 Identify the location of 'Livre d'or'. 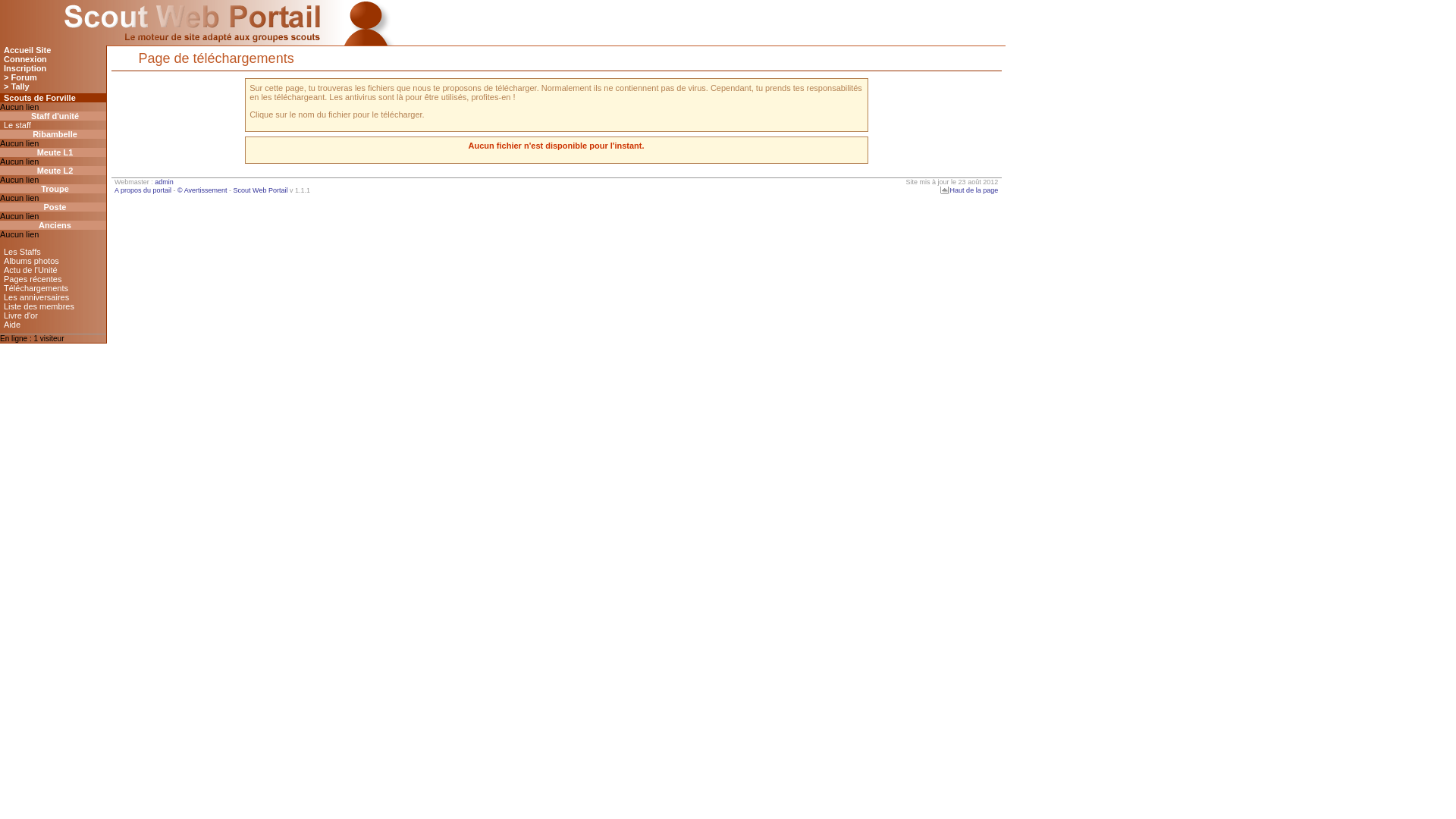
(53, 315).